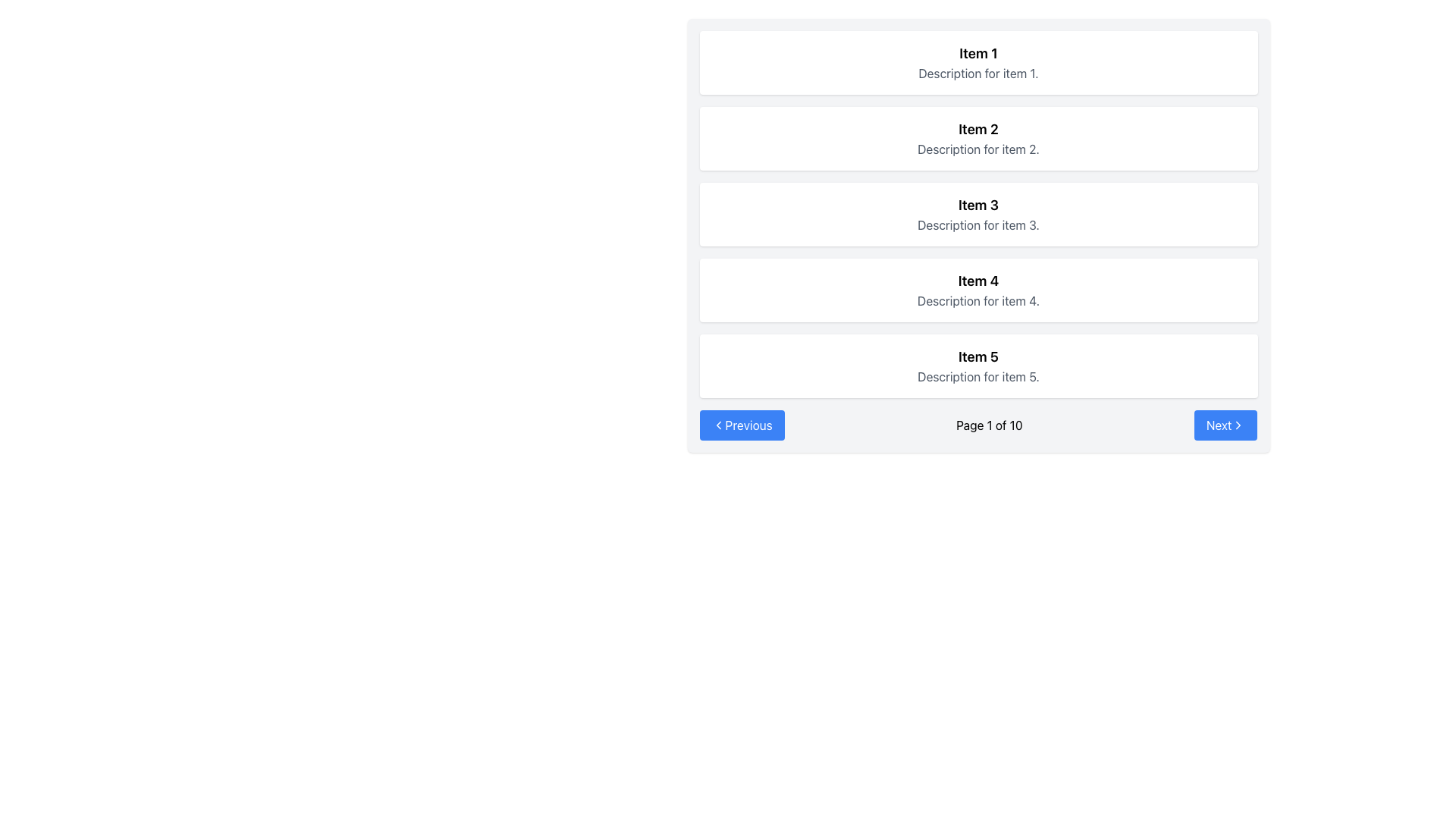  I want to click on the first Card element in the vertical grid, which has a white background and contains the title 'Item 1' and a description 'Description for item 1.', so click(978, 62).